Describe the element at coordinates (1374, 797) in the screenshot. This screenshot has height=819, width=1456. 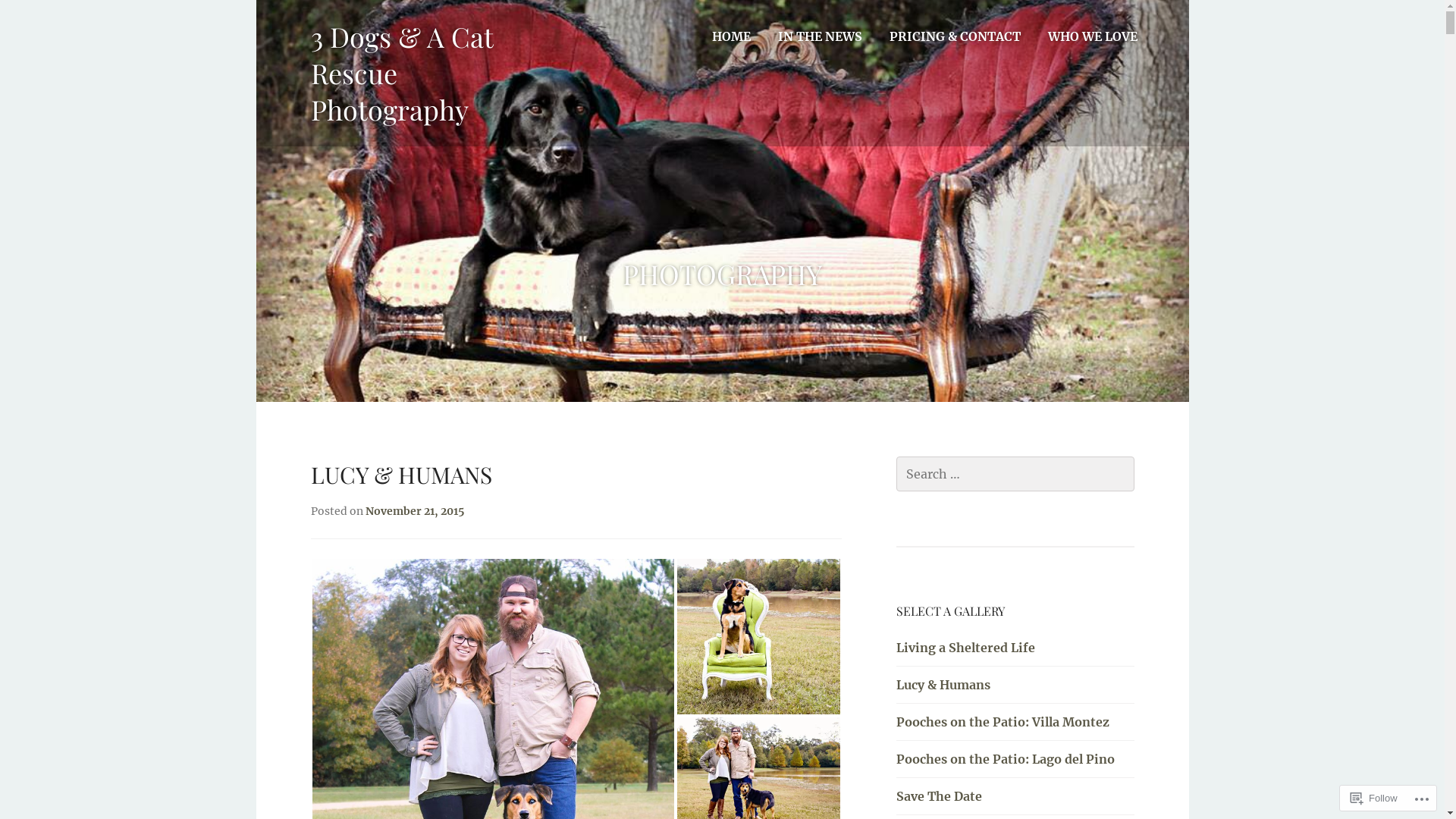
I see `'Follow'` at that location.